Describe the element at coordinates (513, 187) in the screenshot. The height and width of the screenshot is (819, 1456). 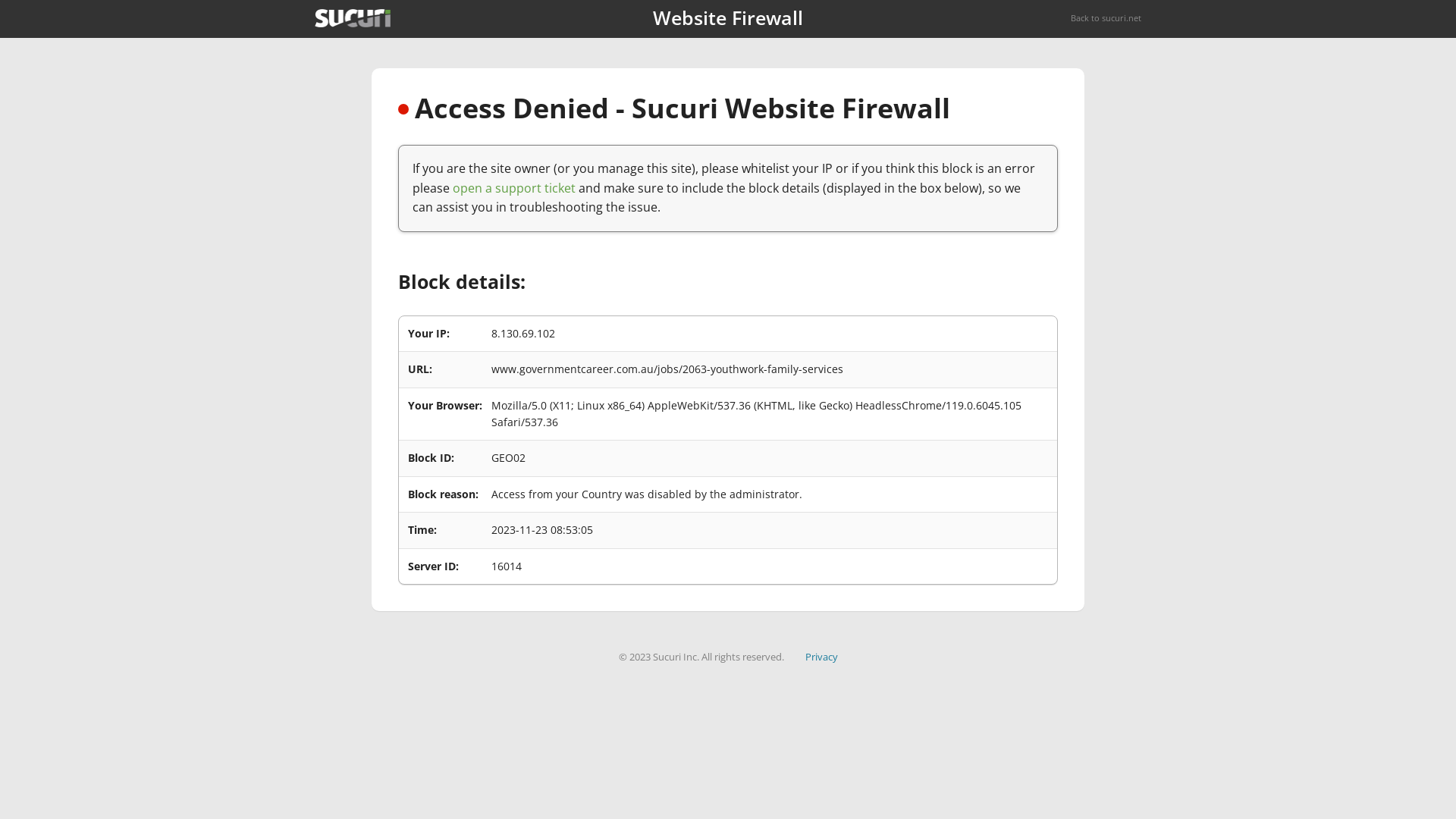
I see `'open a support ticket'` at that location.